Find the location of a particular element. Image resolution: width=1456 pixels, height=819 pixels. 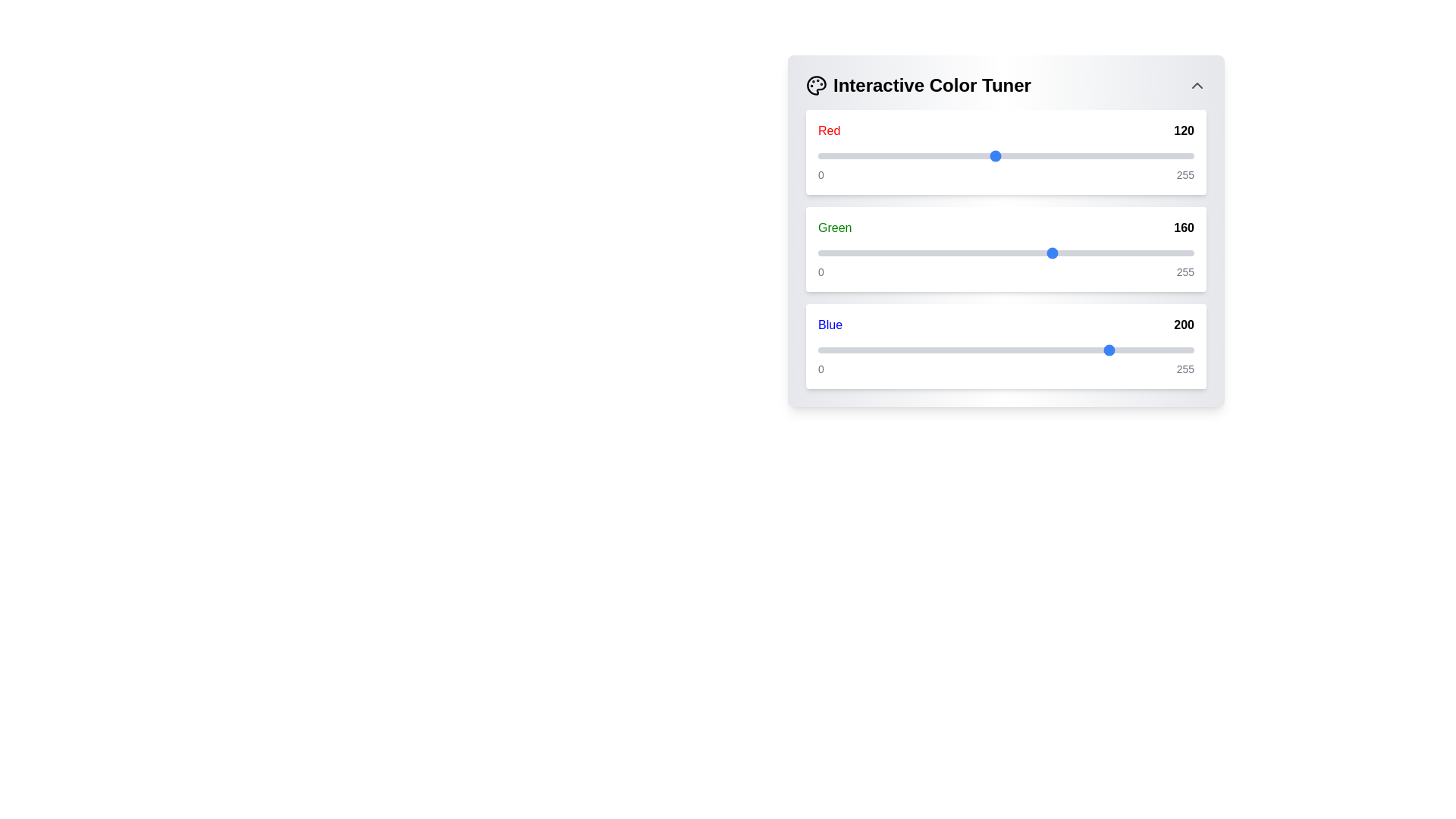

the green component value is located at coordinates (898, 253).